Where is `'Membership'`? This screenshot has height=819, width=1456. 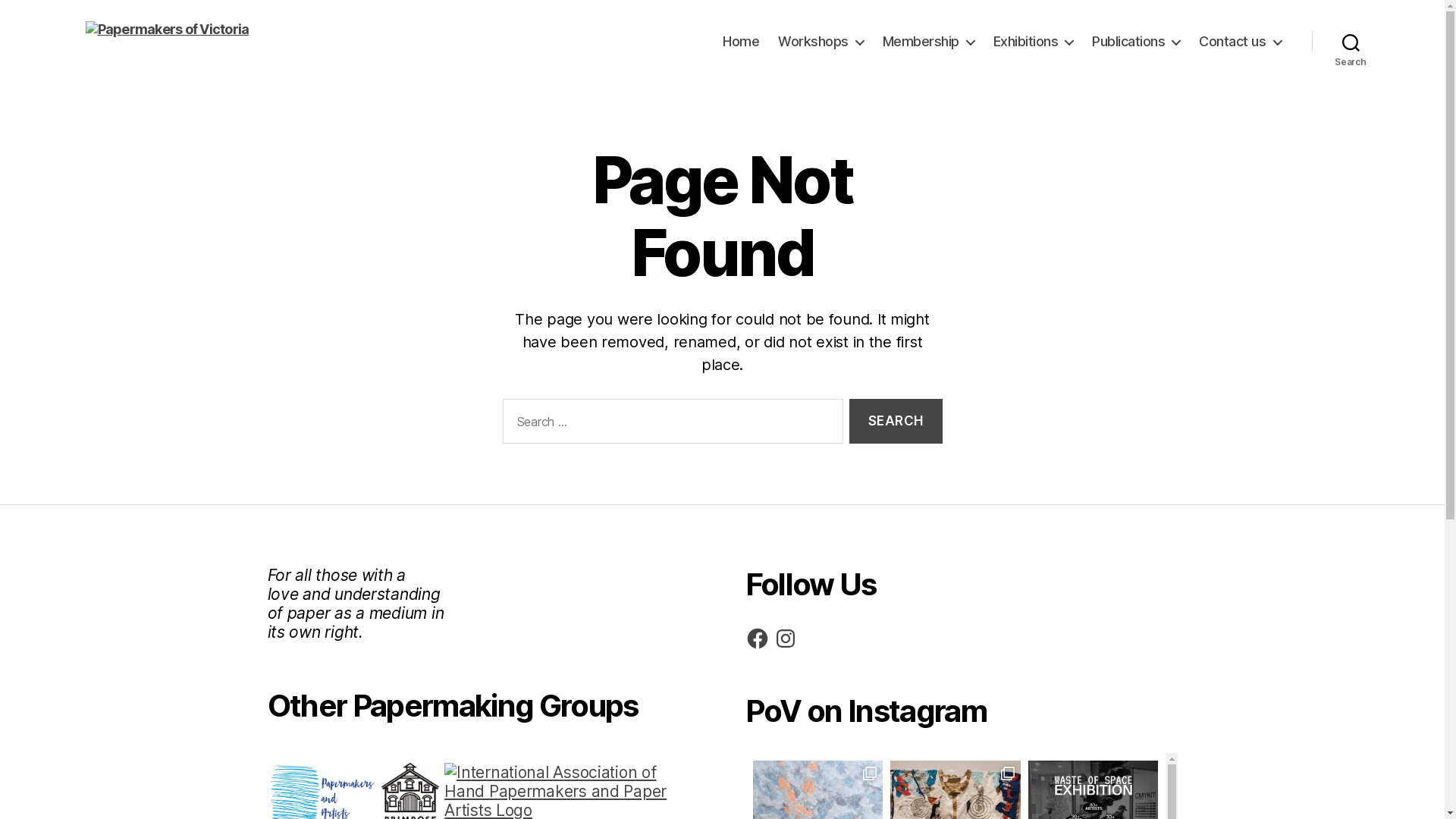
'Membership' is located at coordinates (927, 40).